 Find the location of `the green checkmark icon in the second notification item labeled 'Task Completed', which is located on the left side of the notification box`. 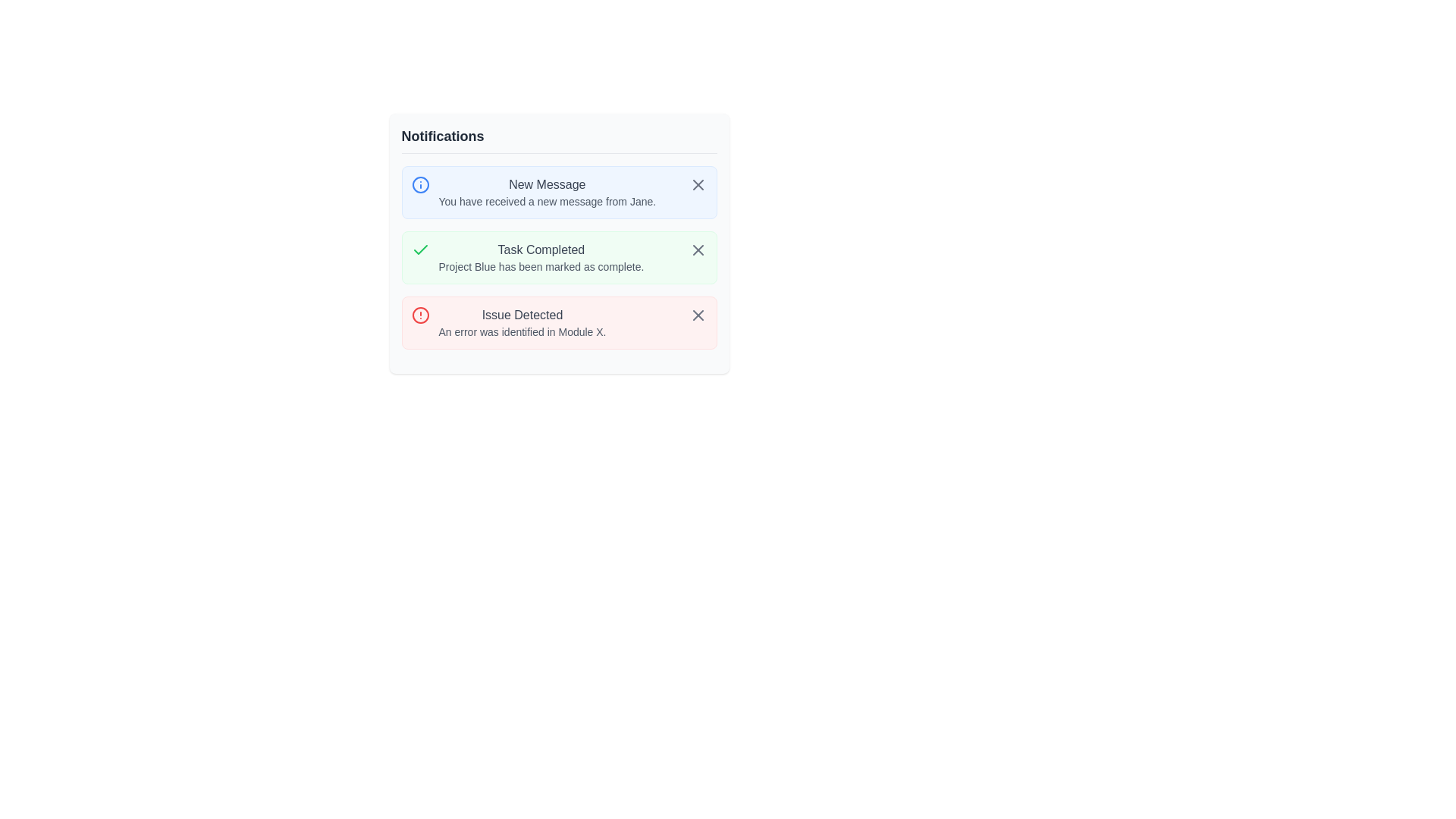

the green checkmark icon in the second notification item labeled 'Task Completed', which is located on the left side of the notification box is located at coordinates (420, 249).